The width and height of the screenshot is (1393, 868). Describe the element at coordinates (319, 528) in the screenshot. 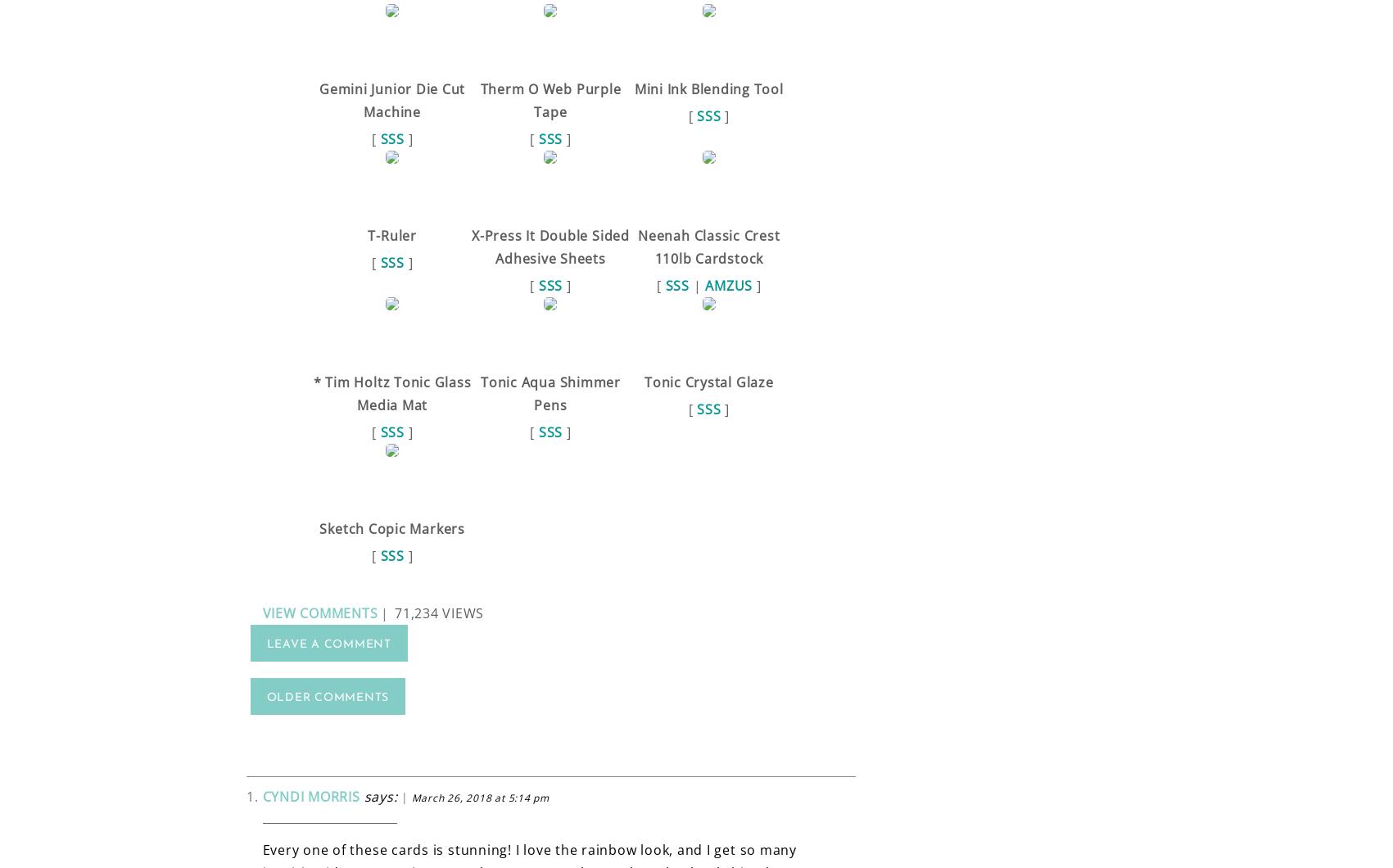

I see `'Sketch Copic Markers'` at that location.